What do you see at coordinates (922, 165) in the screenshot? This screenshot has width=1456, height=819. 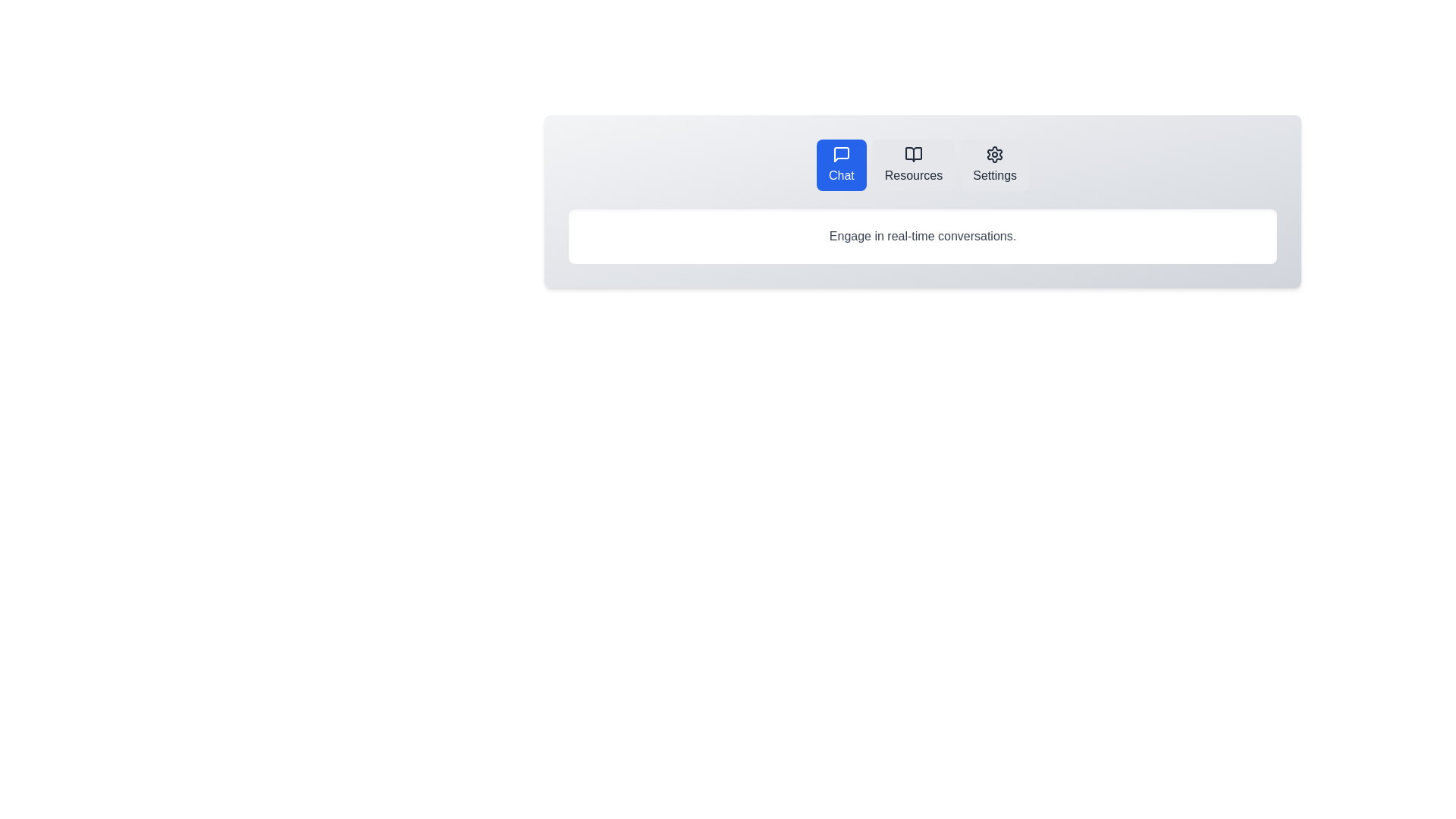 I see `the navigation bar at the top center of the application` at bounding box center [922, 165].